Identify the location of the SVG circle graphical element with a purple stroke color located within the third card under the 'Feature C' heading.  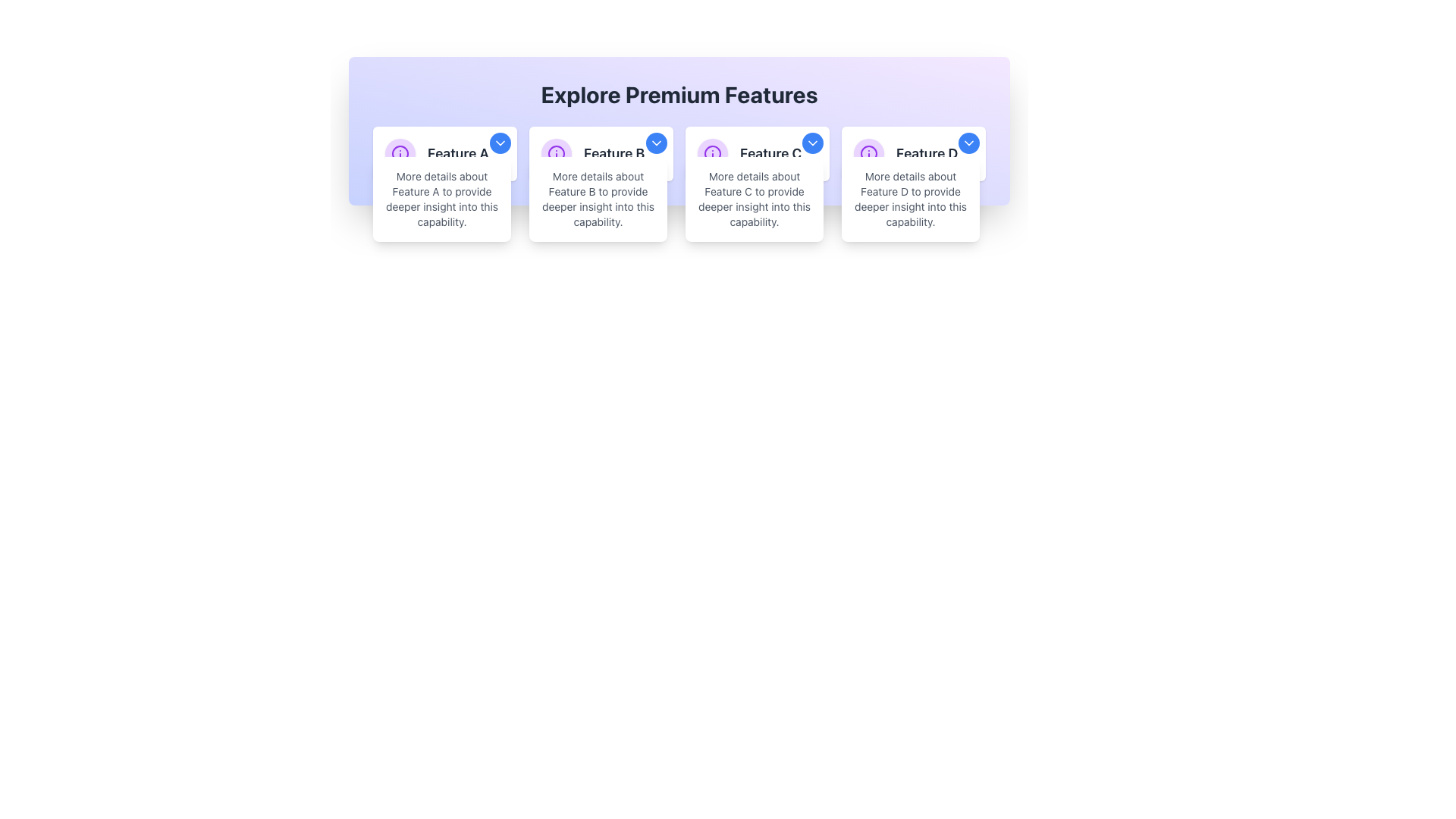
(712, 154).